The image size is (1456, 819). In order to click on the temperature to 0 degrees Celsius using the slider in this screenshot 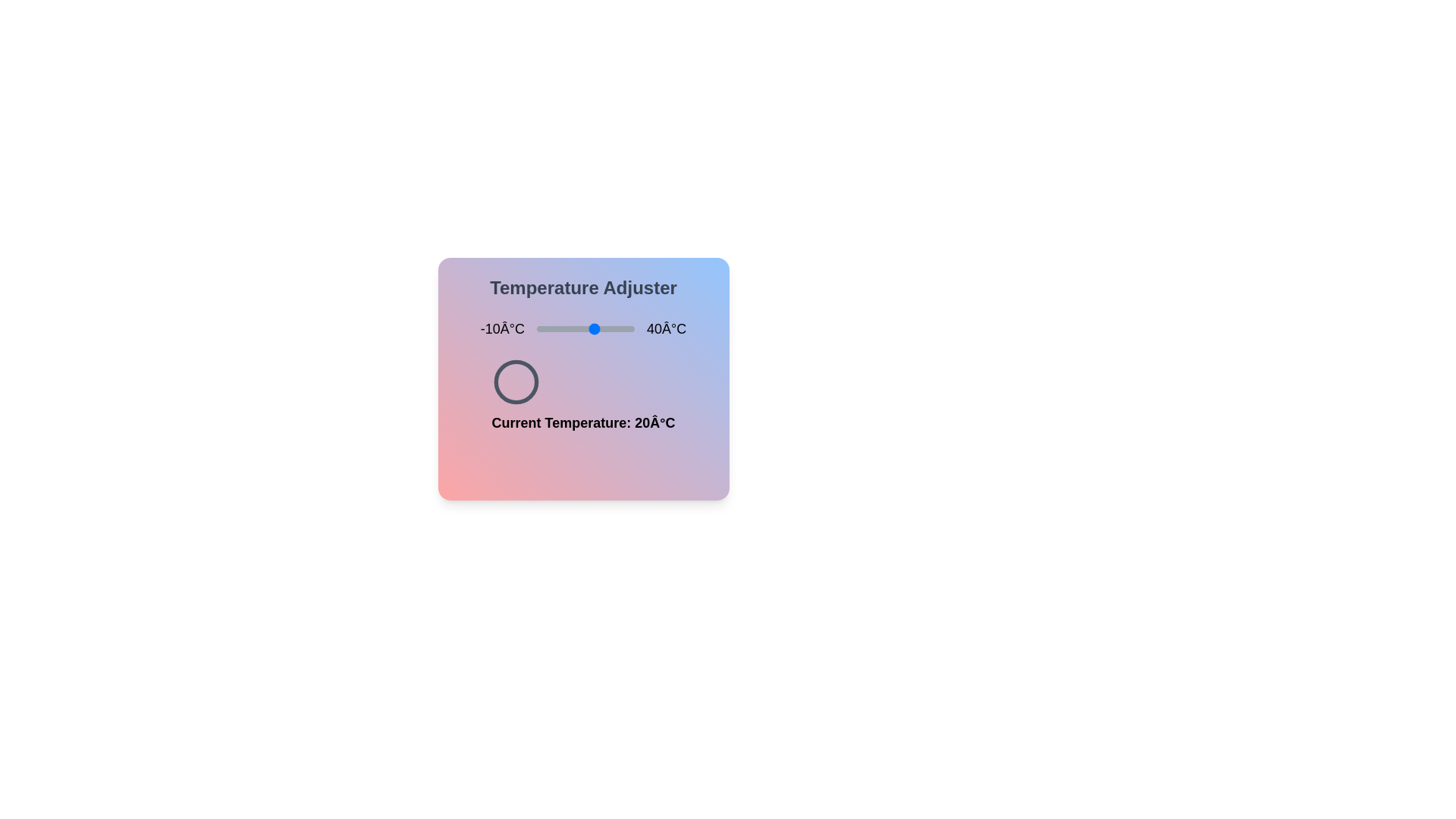, I will do `click(555, 328)`.